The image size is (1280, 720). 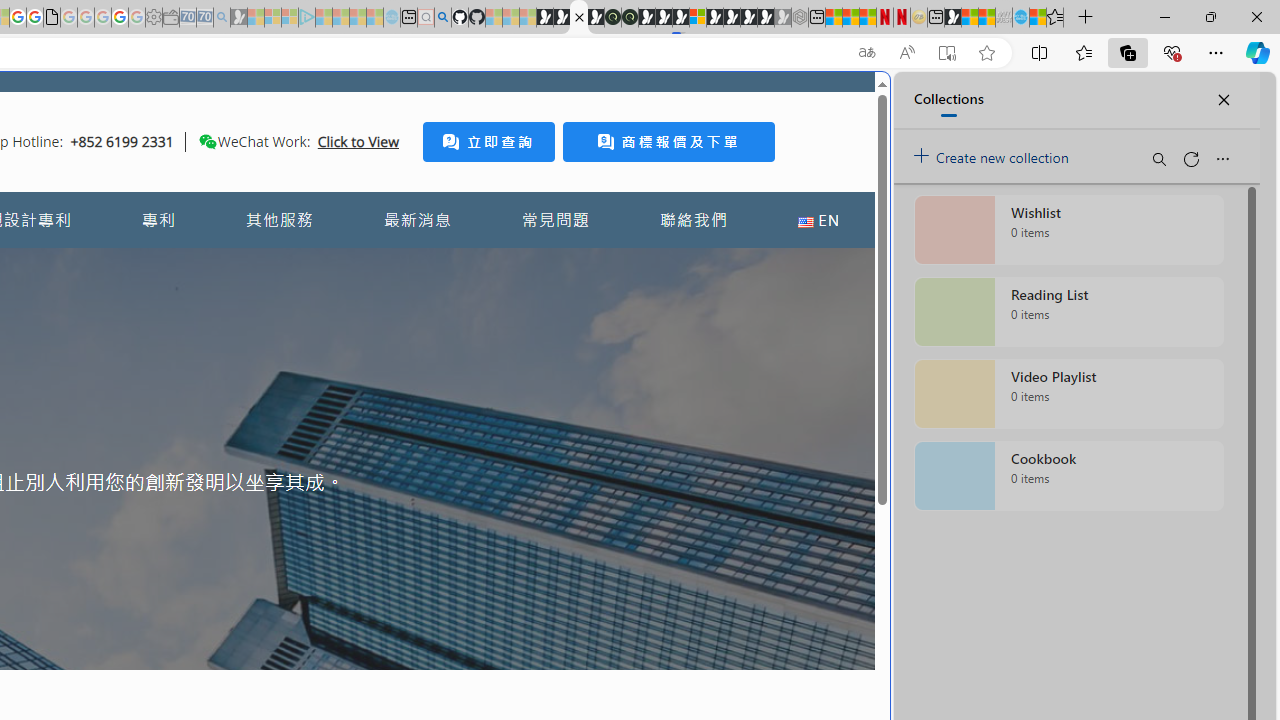 I want to click on 'Settings - Sleeping', so click(x=153, y=17).